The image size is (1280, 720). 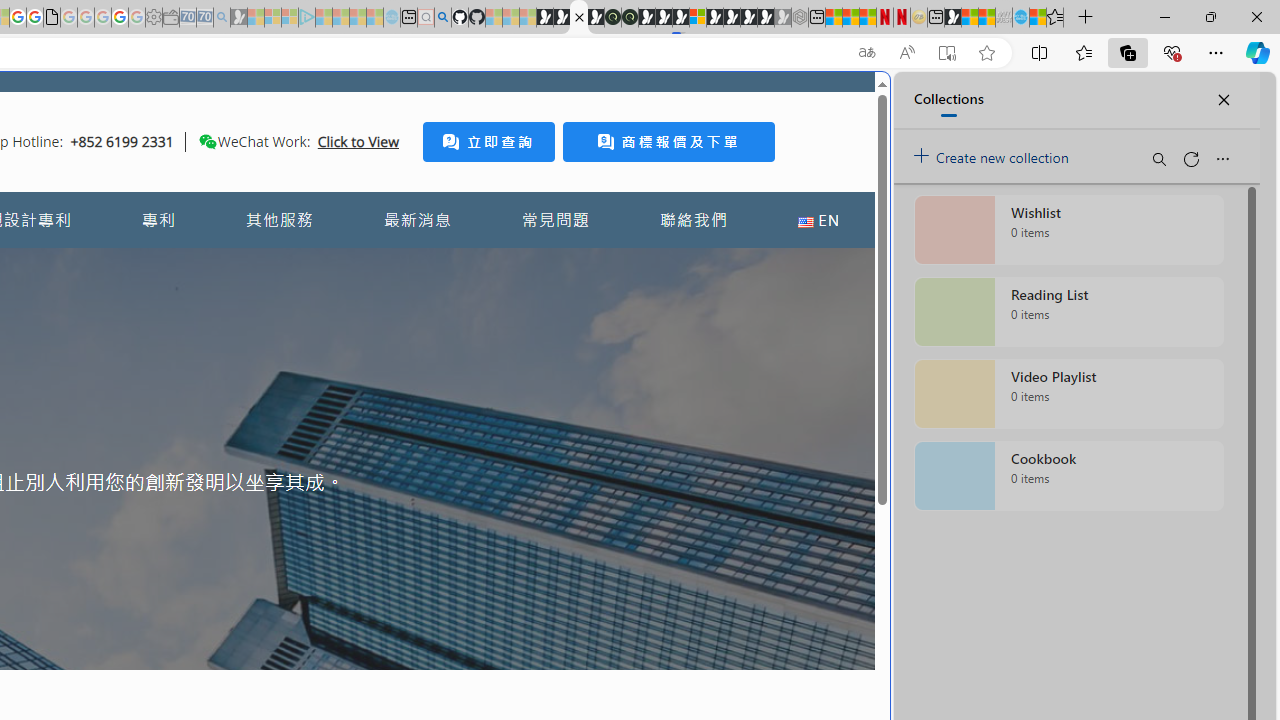 I want to click on 'Settings - Sleeping', so click(x=153, y=17).